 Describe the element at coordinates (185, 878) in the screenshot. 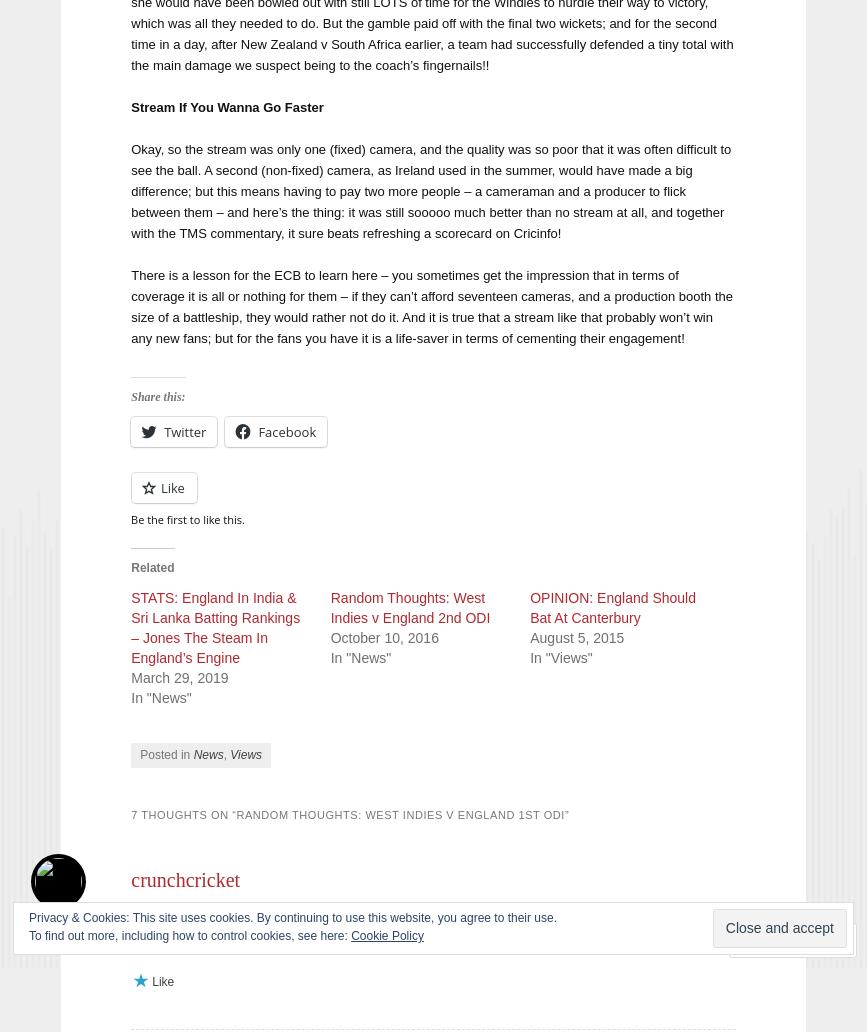

I see `'crunchcricket'` at that location.